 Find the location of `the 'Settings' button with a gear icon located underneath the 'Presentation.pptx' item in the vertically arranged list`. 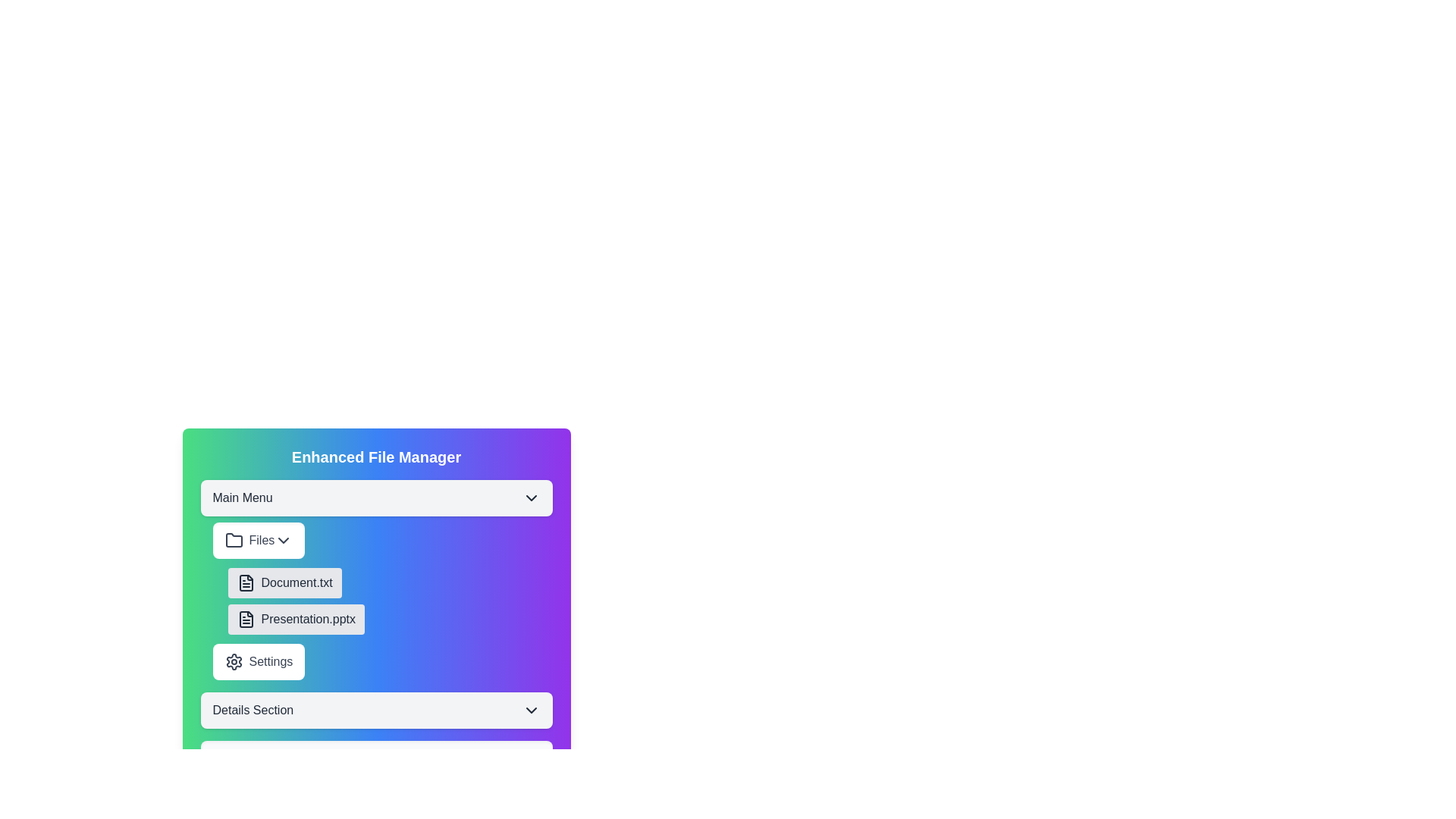

the 'Settings' button with a gear icon located underneath the 'Presentation.pptx' item in the vertically arranged list is located at coordinates (259, 661).